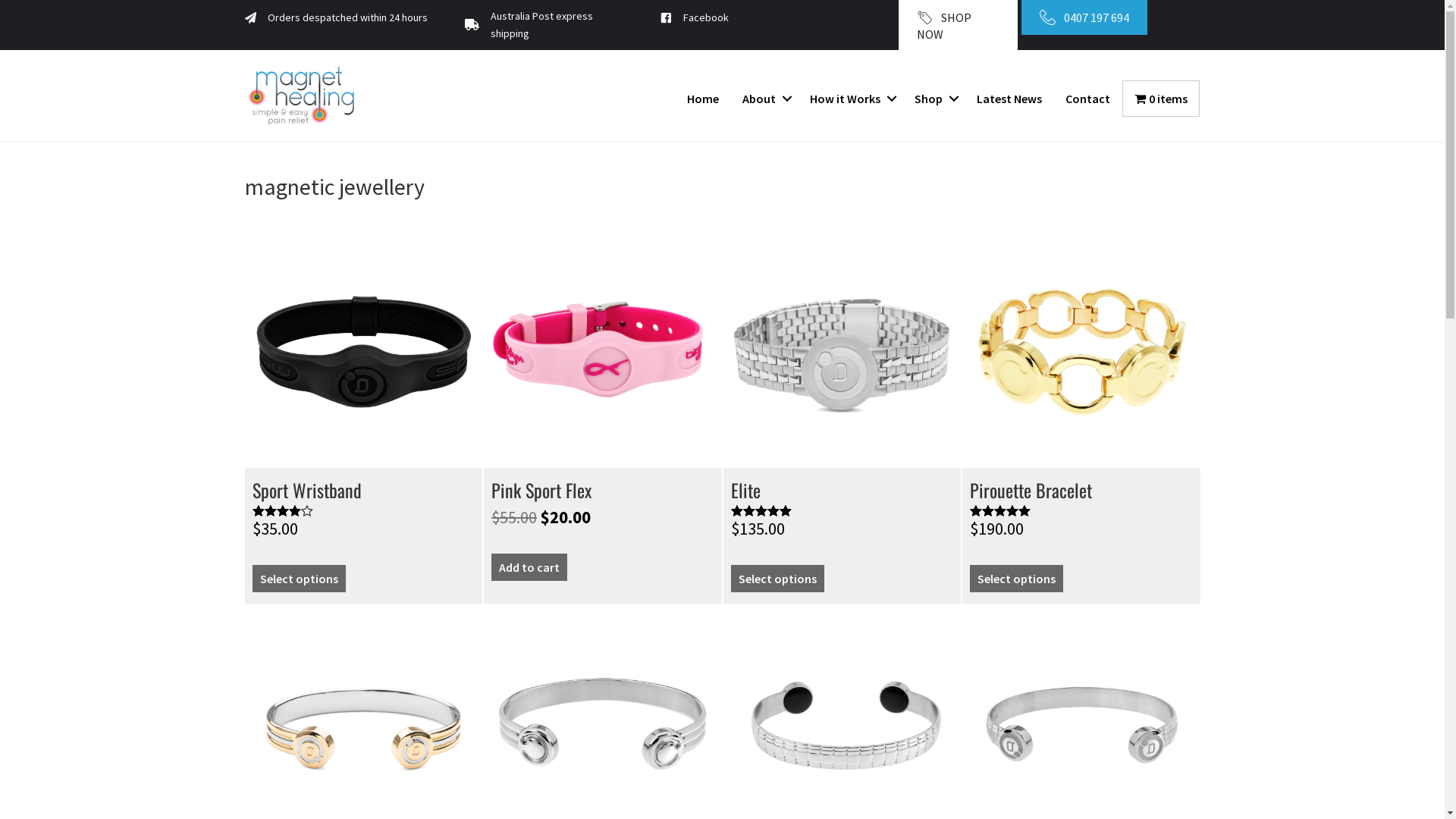 The width and height of the screenshot is (1456, 819). Describe the element at coordinates (362, 350) in the screenshot. I see `'Bioflow-Sport-Black-Black-F'` at that location.